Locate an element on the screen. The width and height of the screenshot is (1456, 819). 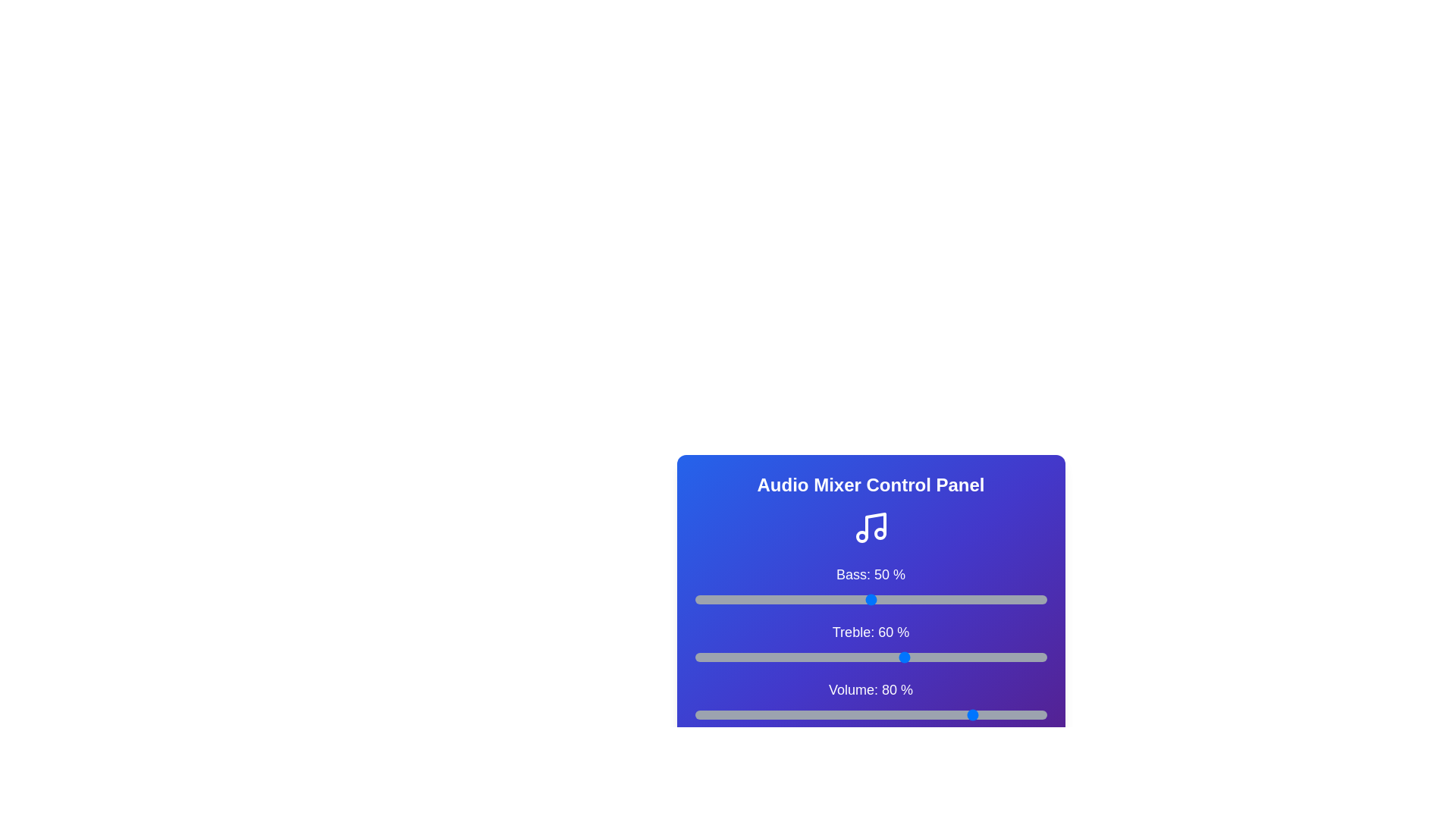
the music icon is located at coordinates (871, 526).